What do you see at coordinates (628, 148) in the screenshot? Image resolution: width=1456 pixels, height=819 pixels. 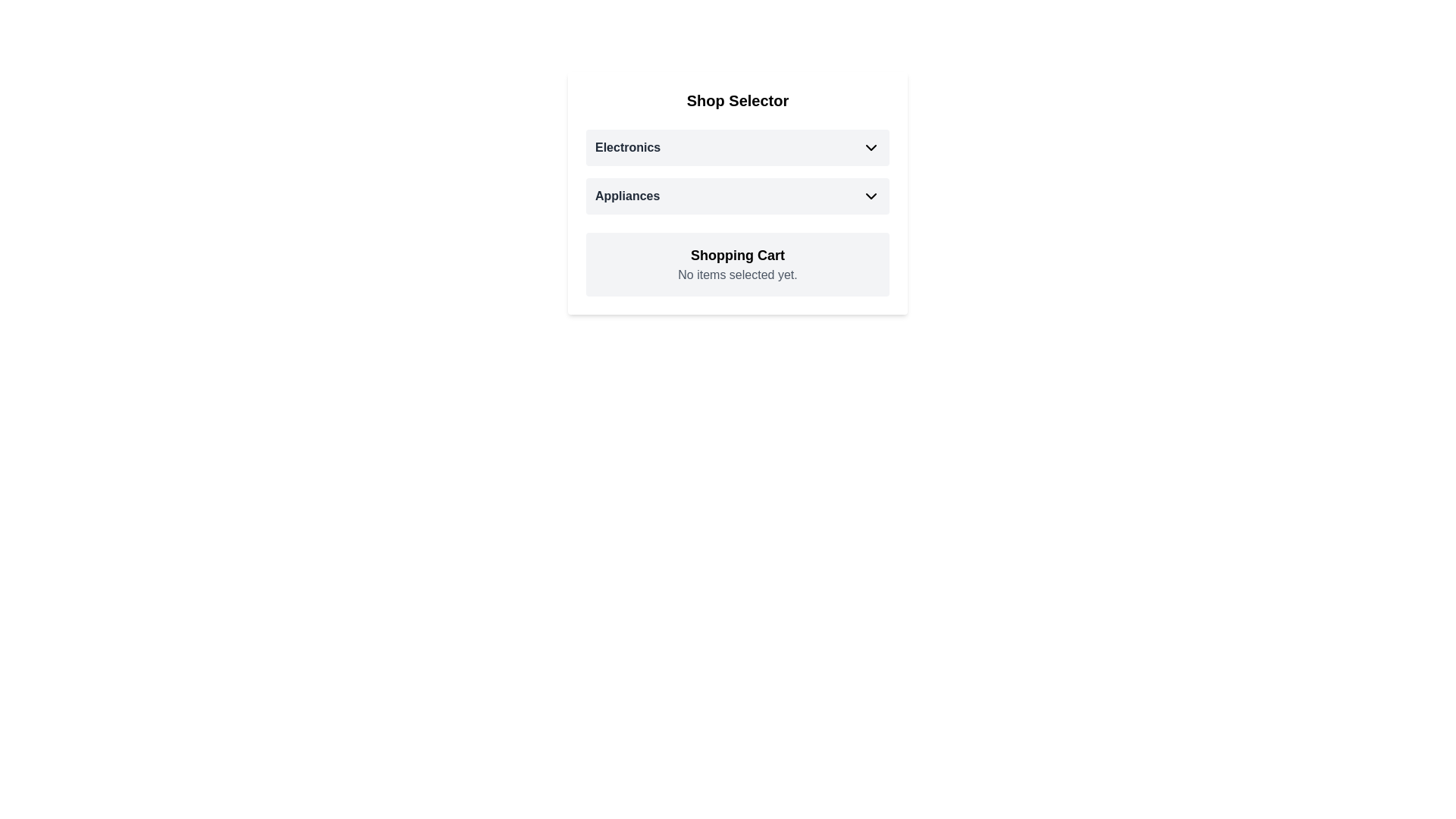 I see `the 'Electronics' text label element, which is styled with a bold font and dark gray color, located in the 'Shop Selector' panel's first row of selectable items` at bounding box center [628, 148].